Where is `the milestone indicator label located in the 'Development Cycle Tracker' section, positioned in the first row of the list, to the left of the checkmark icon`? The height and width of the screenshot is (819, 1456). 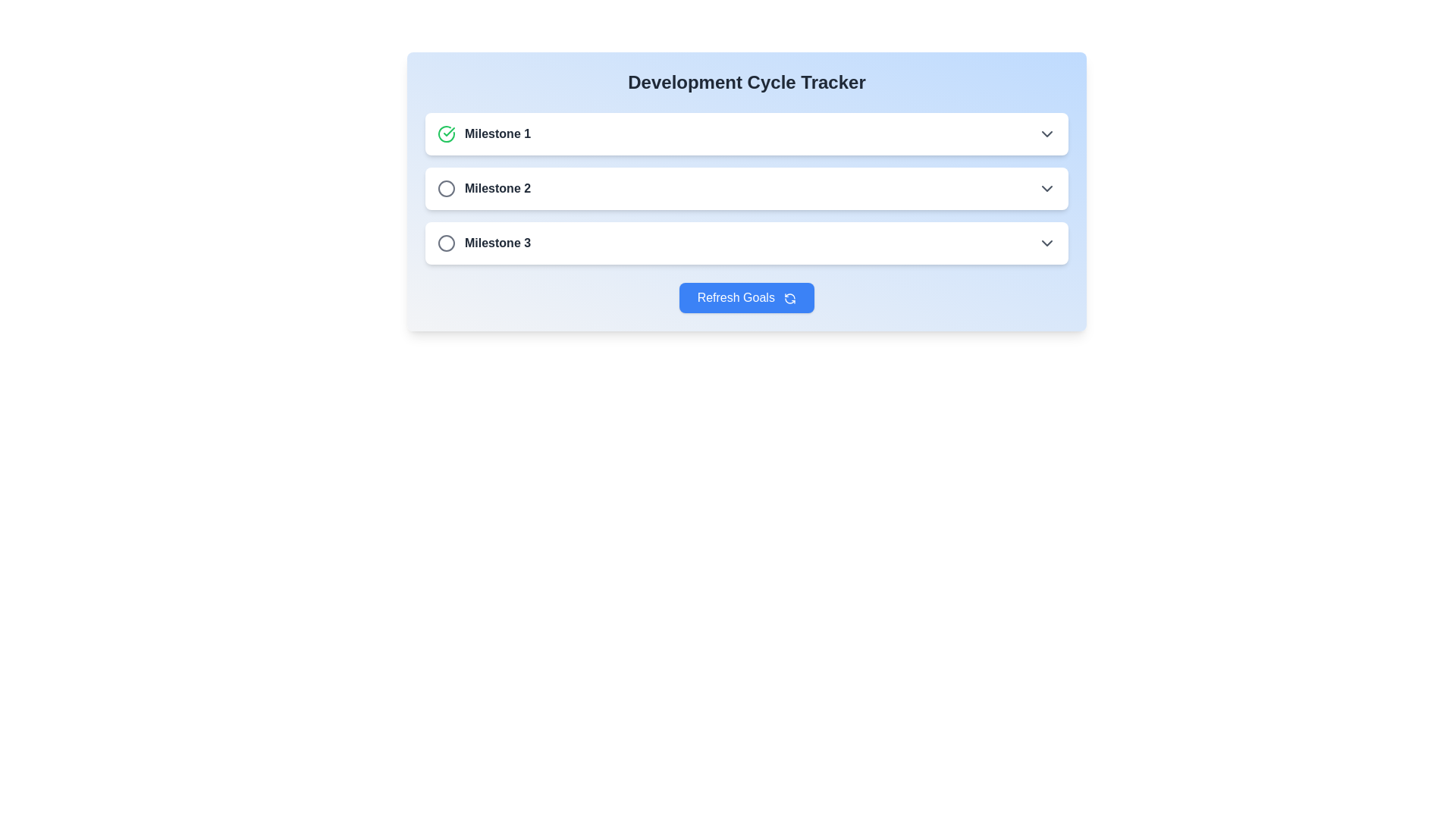
the milestone indicator label located in the 'Development Cycle Tracker' section, positioned in the first row of the list, to the left of the checkmark icon is located at coordinates (483, 133).